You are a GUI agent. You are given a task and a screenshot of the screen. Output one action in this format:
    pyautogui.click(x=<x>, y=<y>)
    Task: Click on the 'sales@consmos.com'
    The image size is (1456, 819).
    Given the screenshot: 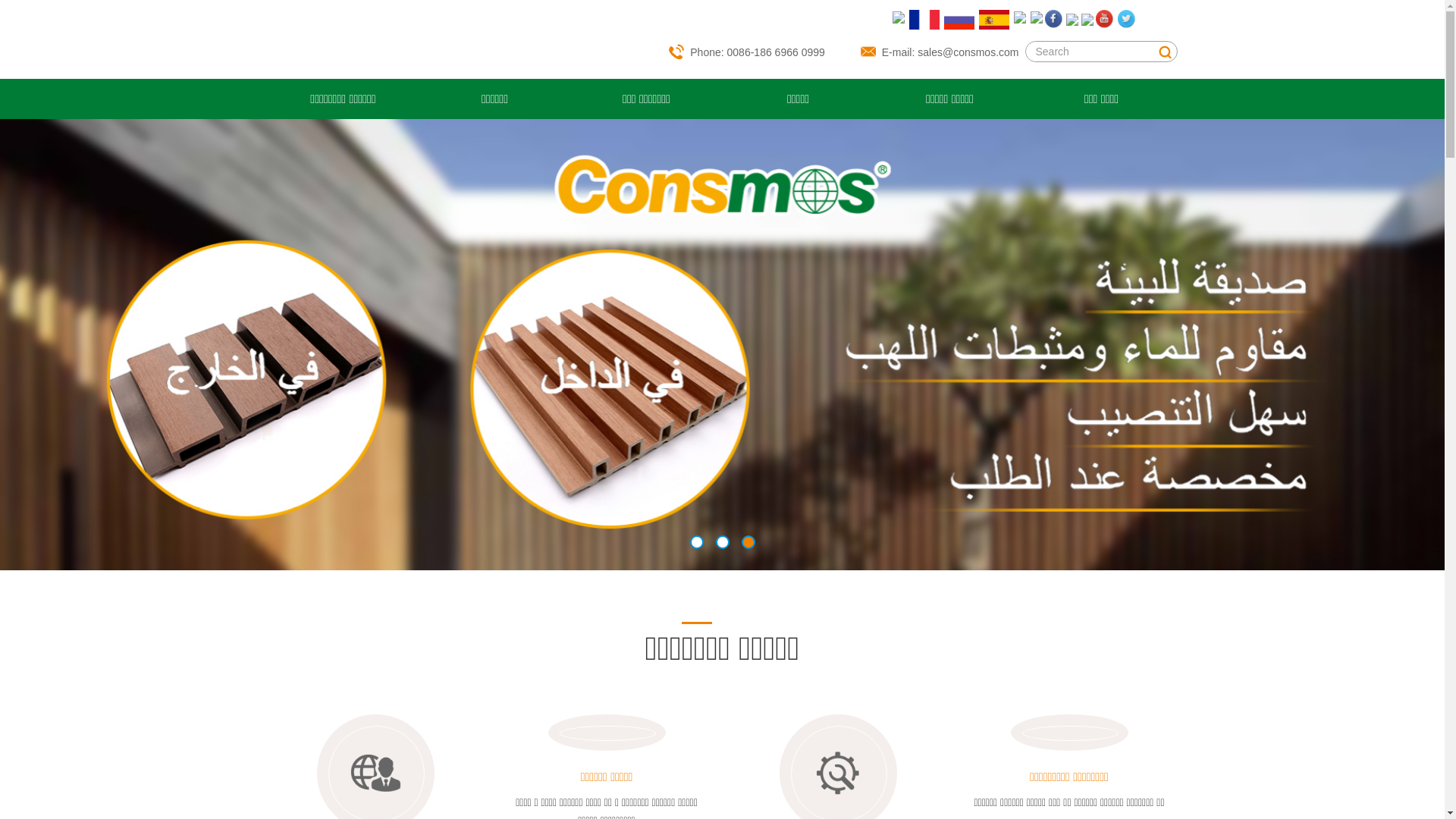 What is the action you would take?
    pyautogui.click(x=967, y=52)
    